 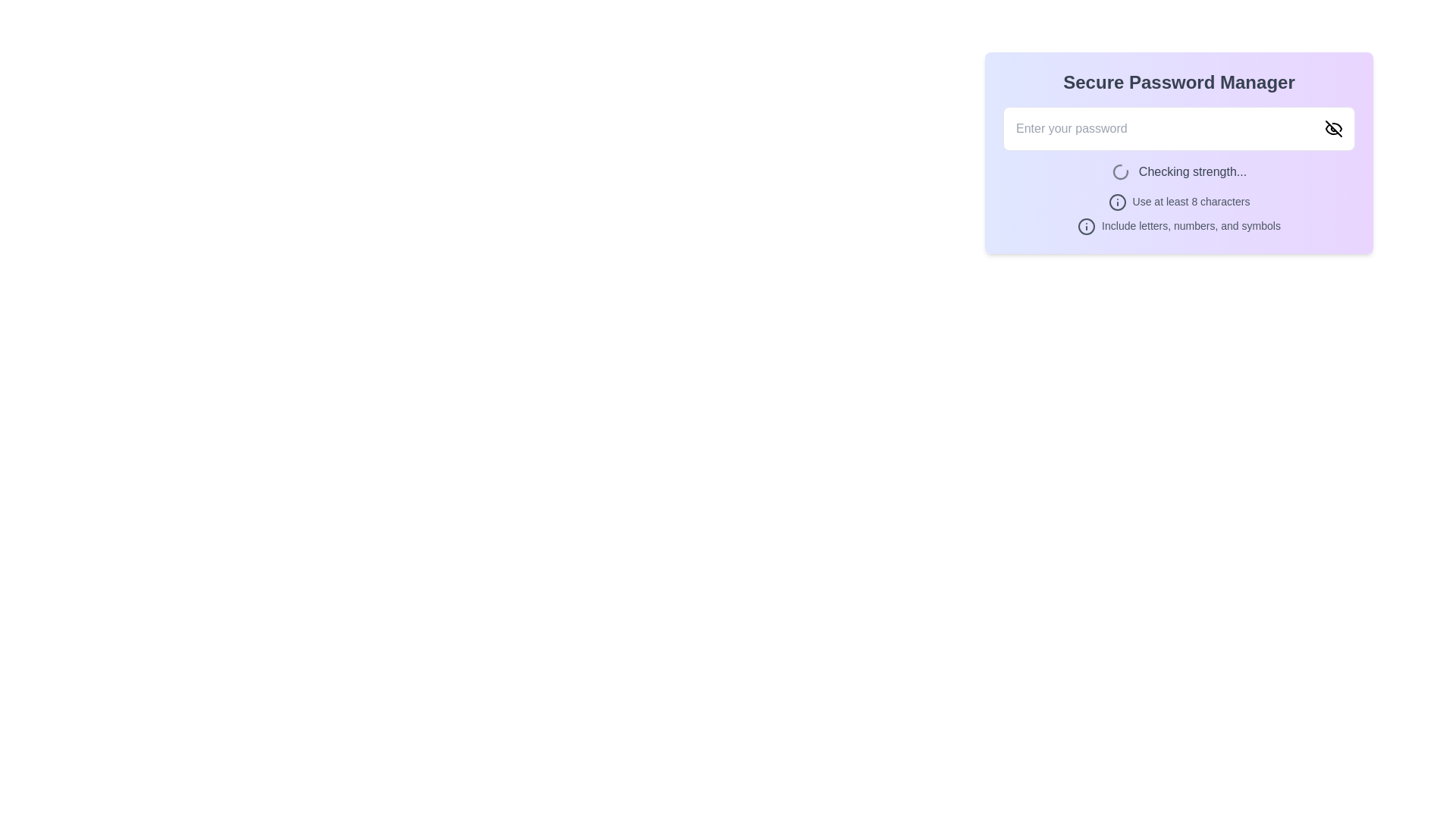 I want to click on the graphical loader (animated) which indicates that the system is processing or evaluating password strength, located beside the text 'Checking strength...' in the password strength indicator section, so click(x=1120, y=171).